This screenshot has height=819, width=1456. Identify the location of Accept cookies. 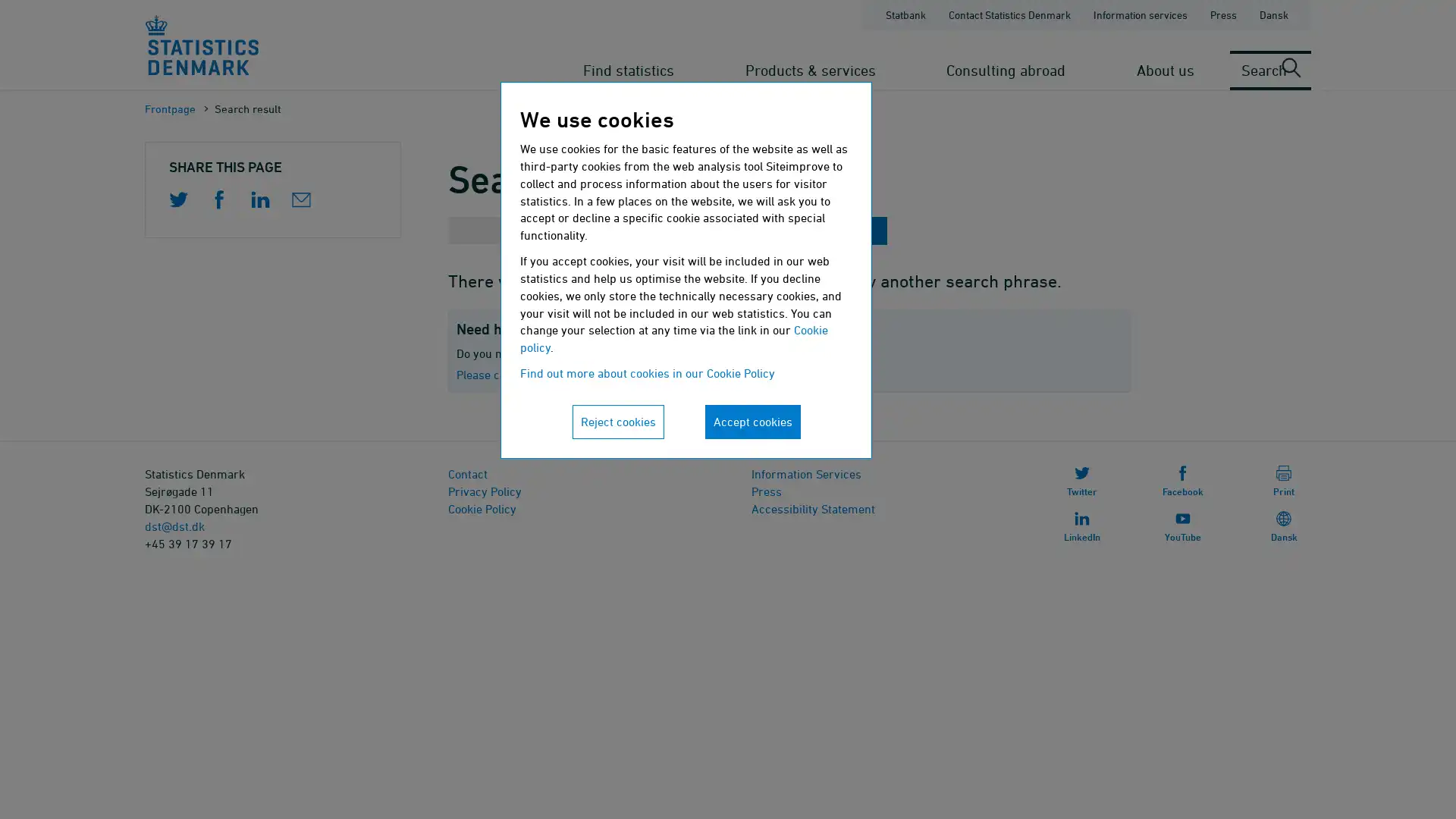
(752, 421).